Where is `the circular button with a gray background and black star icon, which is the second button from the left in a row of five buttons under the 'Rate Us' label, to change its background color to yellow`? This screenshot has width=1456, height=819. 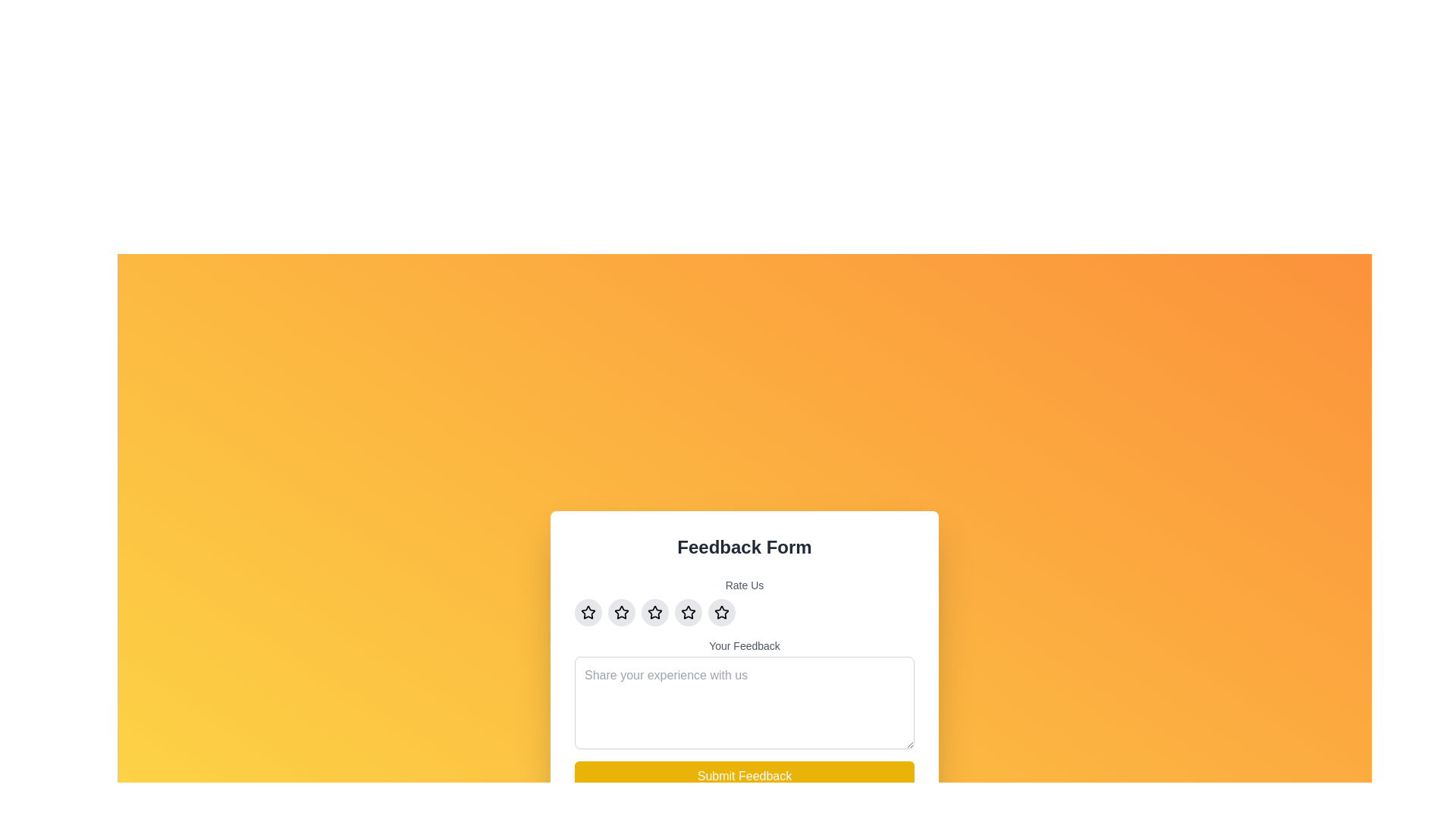 the circular button with a gray background and black star icon, which is the second button from the left in a row of five buttons under the 'Rate Us' label, to change its background color to yellow is located at coordinates (622, 611).